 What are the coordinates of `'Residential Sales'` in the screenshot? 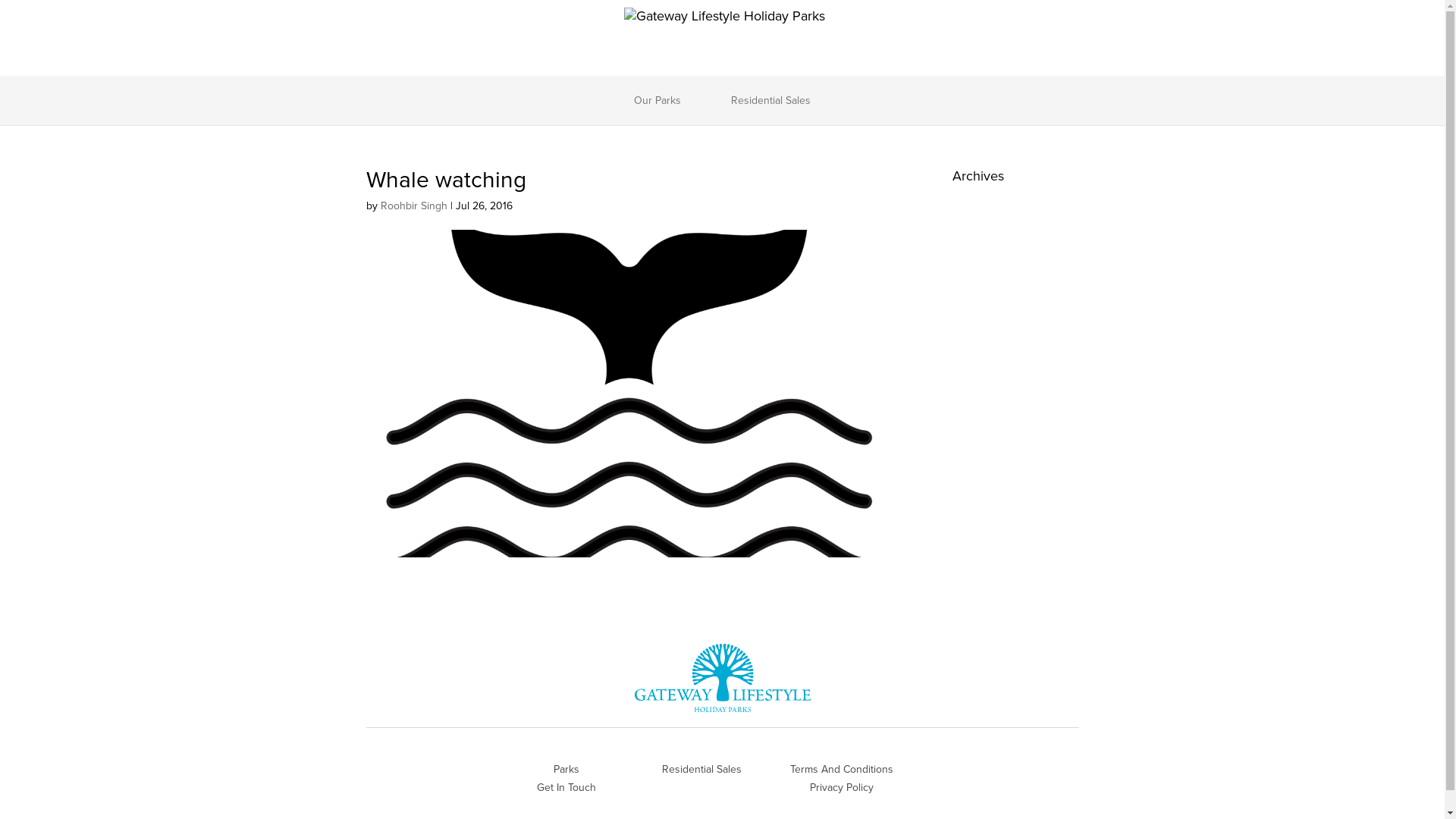 It's located at (705, 100).